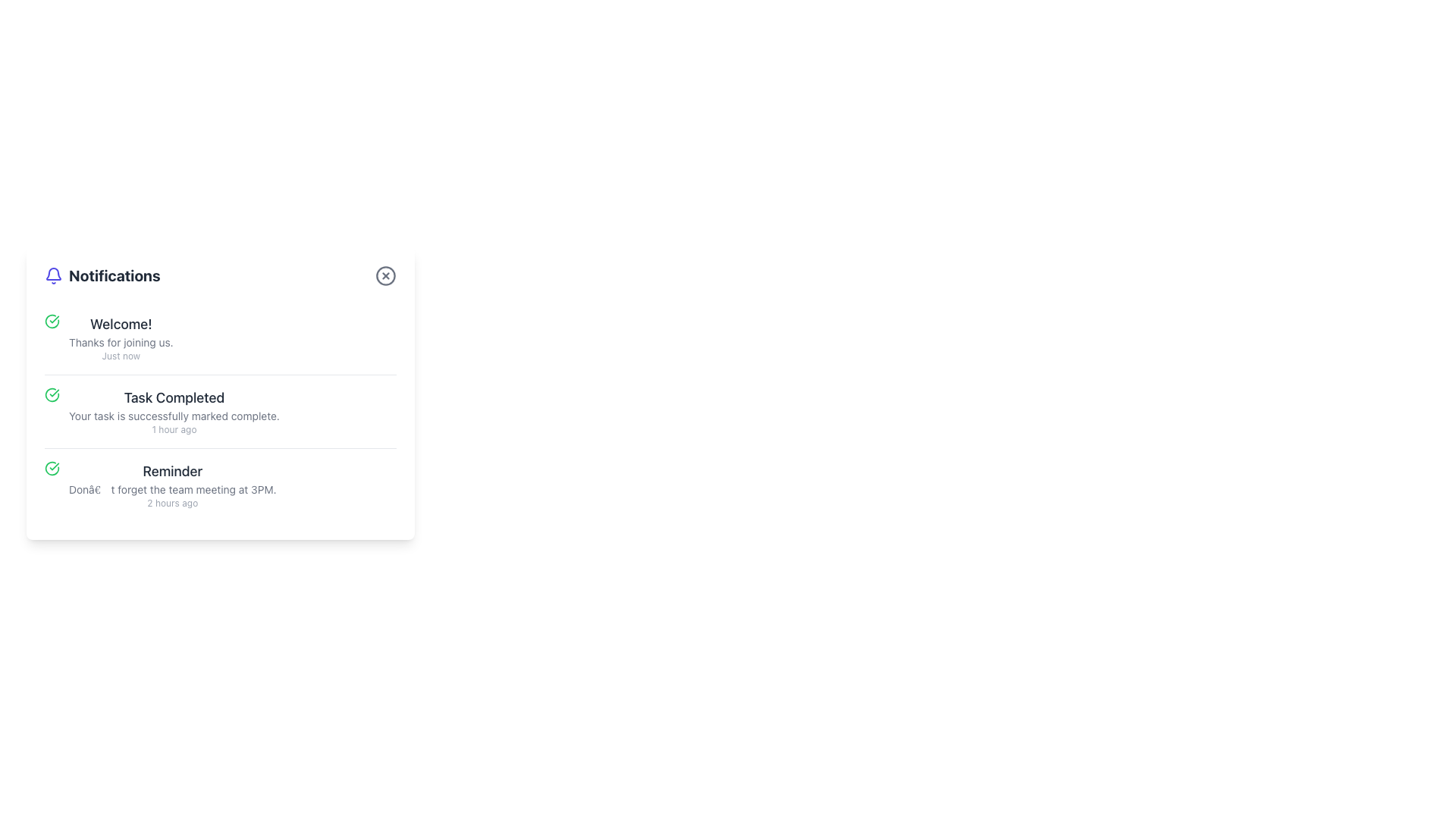  What do you see at coordinates (172, 485) in the screenshot?
I see `the third notification` at bounding box center [172, 485].